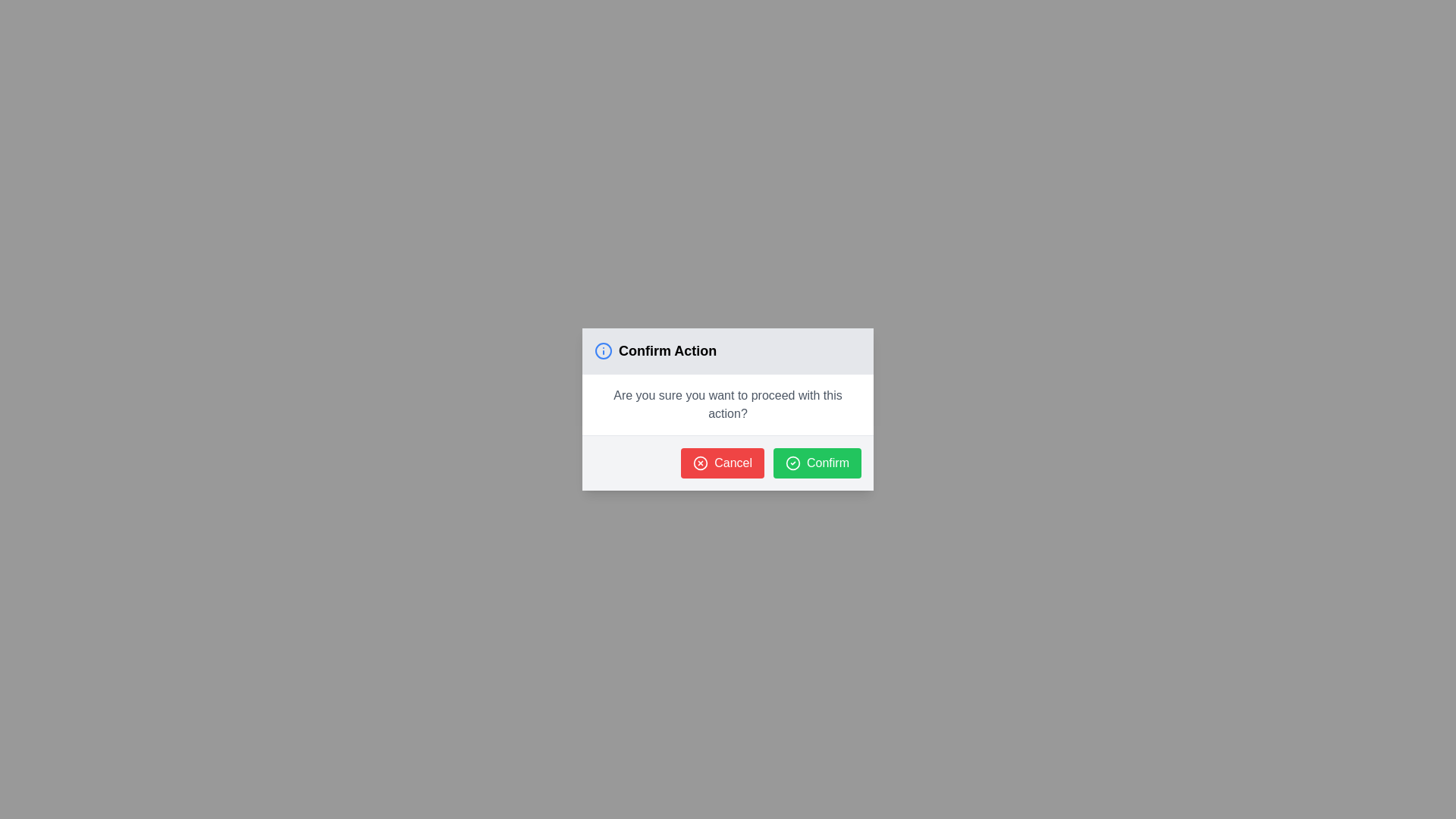  Describe the element at coordinates (728, 461) in the screenshot. I see `the 'Cancel' button, which is styled with a red background and white text, located at the bottom section of the modal dialog box, to abort the action` at that location.